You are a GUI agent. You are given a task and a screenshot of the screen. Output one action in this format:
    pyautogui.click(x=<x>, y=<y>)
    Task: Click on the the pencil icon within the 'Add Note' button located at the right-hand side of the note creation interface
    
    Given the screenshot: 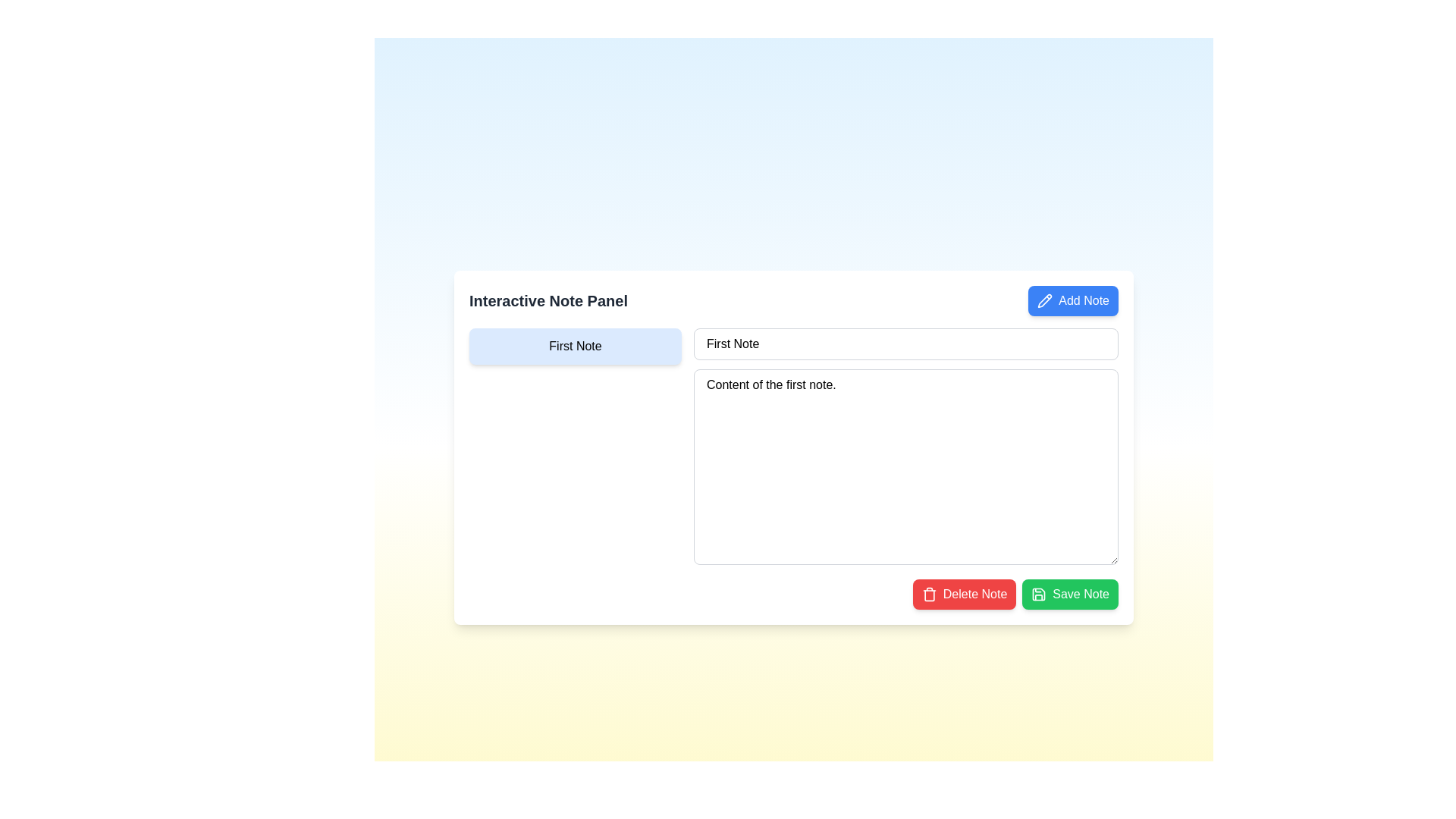 What is the action you would take?
    pyautogui.click(x=1044, y=300)
    